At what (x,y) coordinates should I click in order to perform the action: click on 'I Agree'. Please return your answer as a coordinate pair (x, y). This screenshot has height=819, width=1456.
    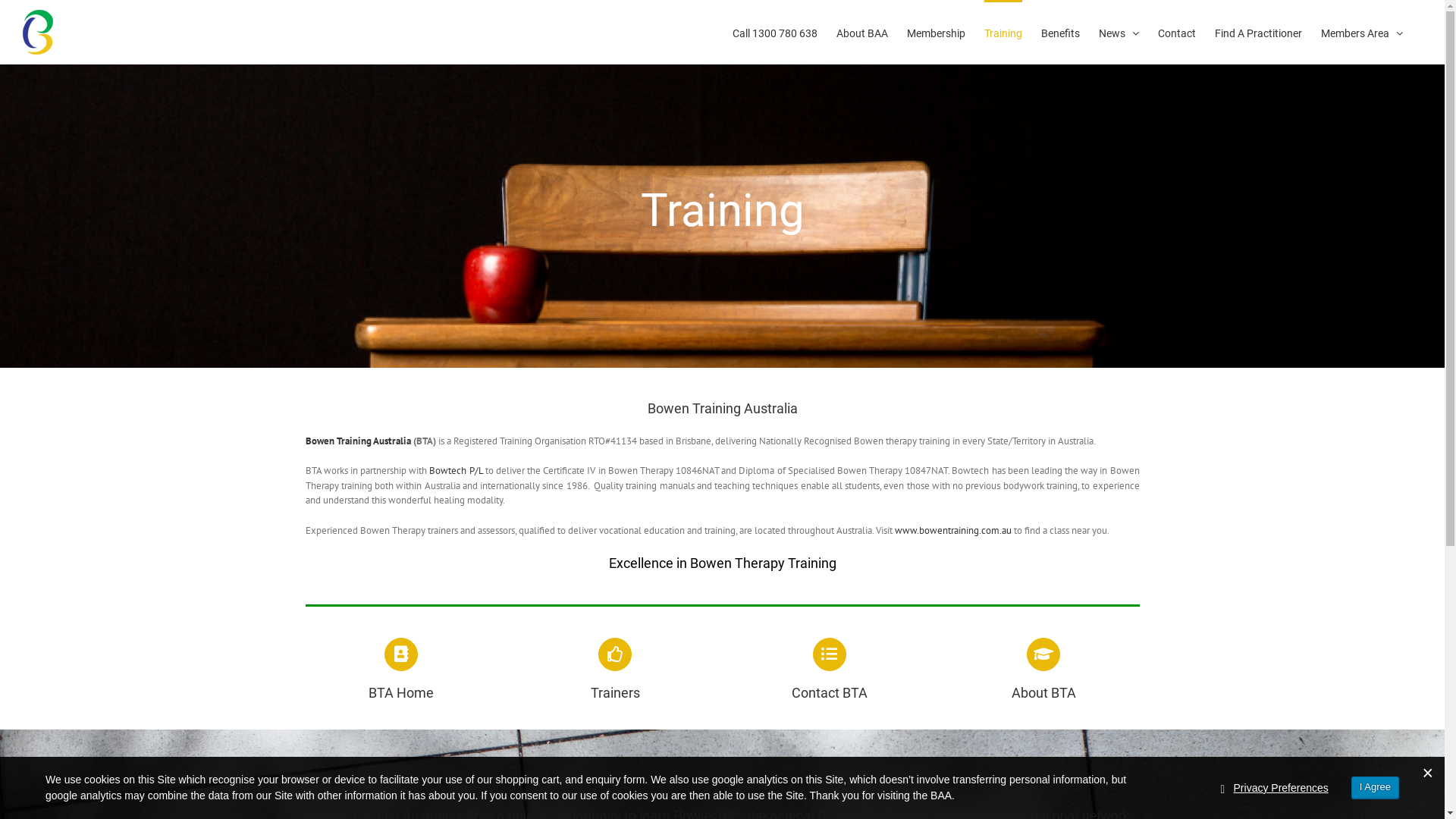
    Looking at the image, I should click on (1375, 786).